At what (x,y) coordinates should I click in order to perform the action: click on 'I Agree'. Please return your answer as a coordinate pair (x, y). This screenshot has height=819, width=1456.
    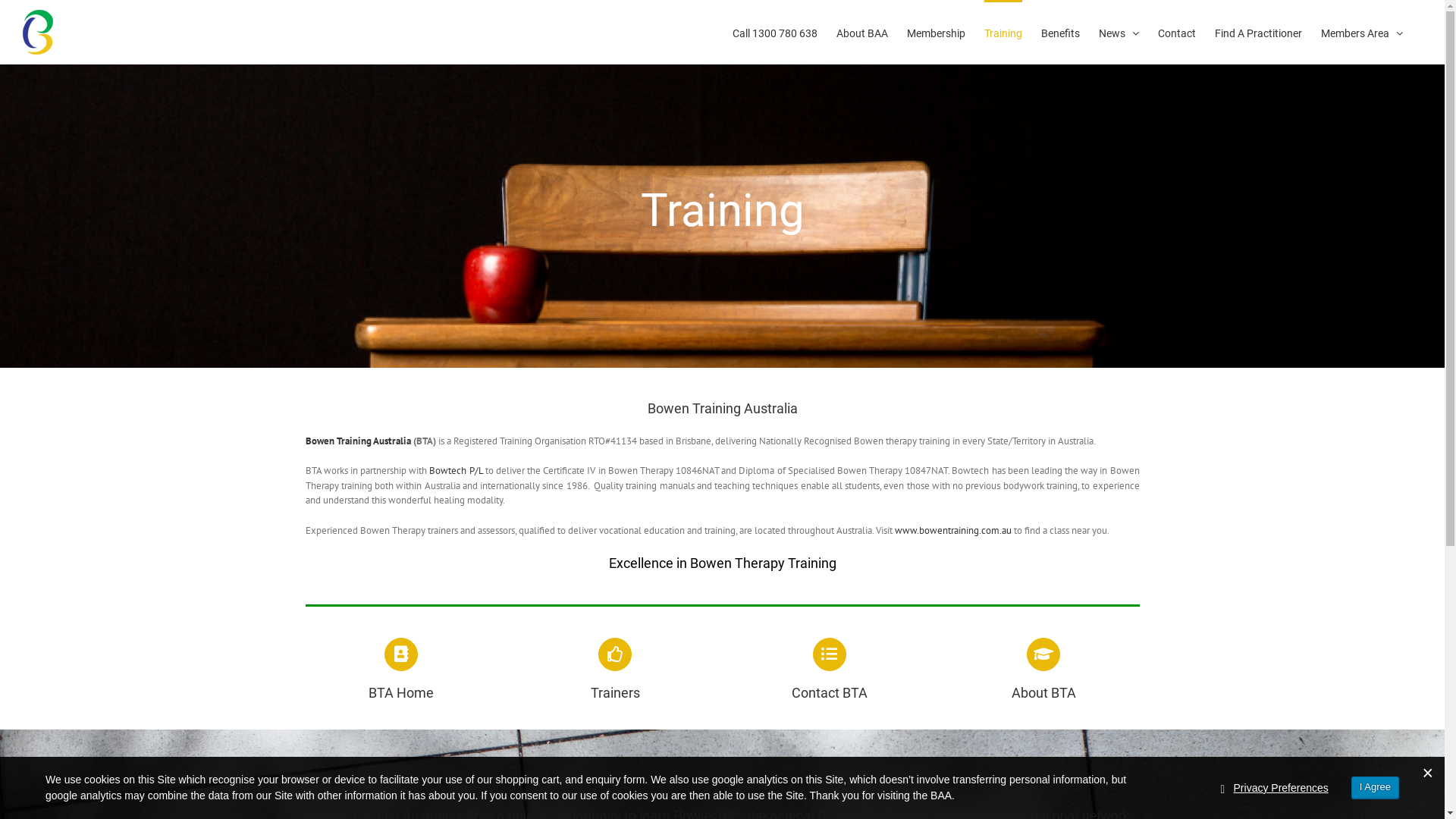
    Looking at the image, I should click on (1375, 786).